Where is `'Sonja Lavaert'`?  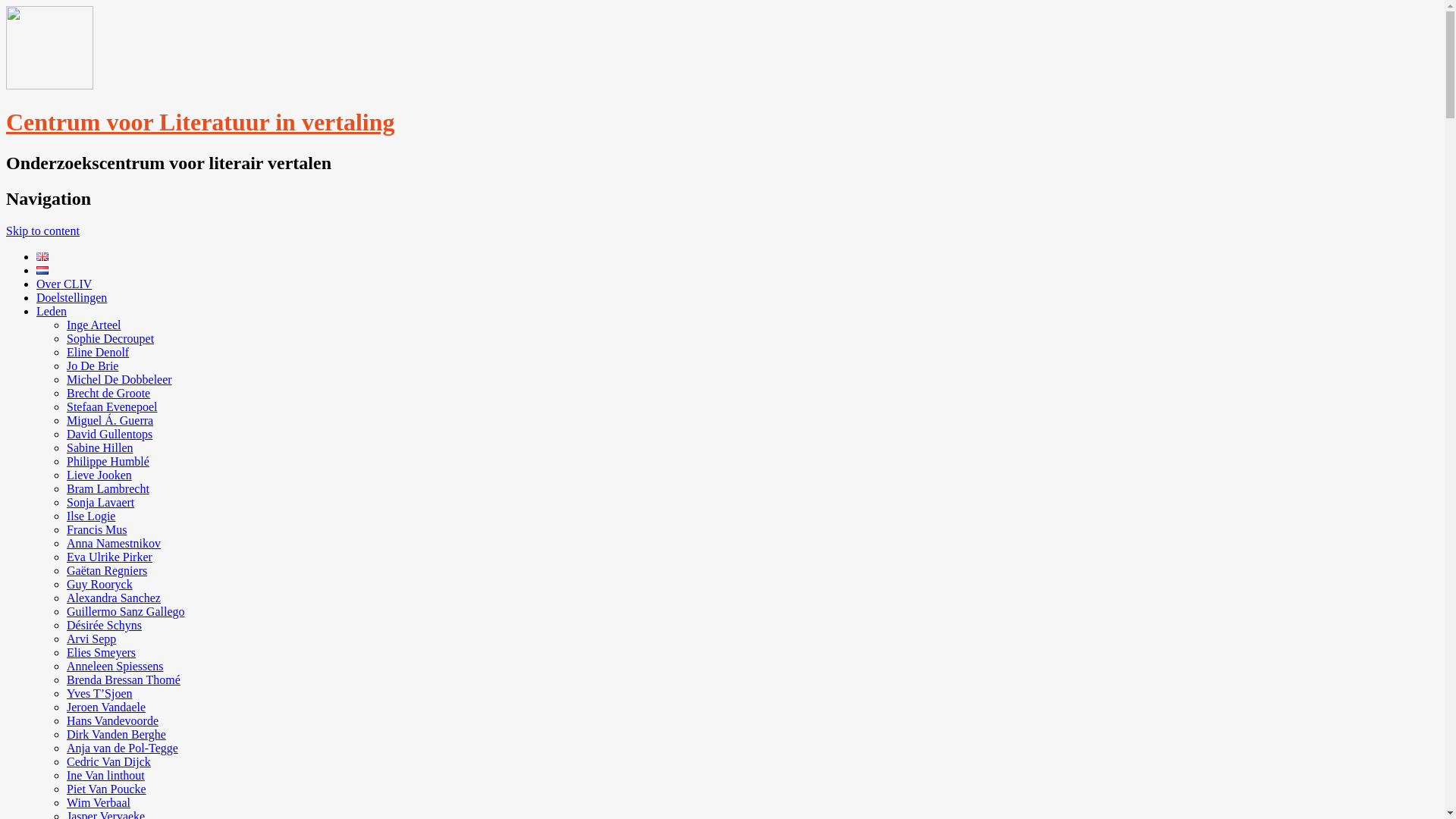 'Sonja Lavaert' is located at coordinates (99, 502).